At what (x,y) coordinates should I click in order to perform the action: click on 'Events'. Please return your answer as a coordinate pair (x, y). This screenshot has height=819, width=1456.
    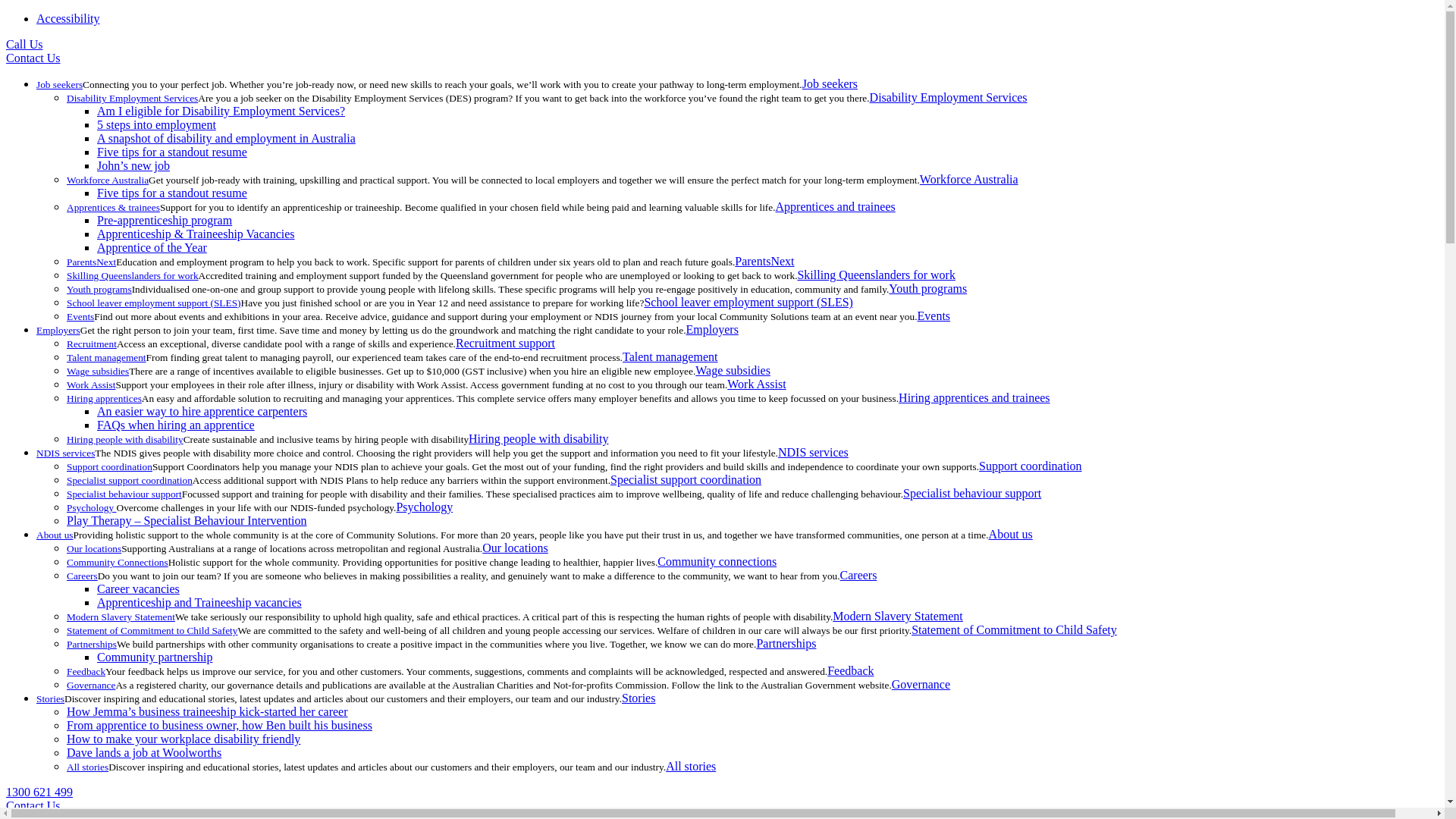
    Looking at the image, I should click on (934, 315).